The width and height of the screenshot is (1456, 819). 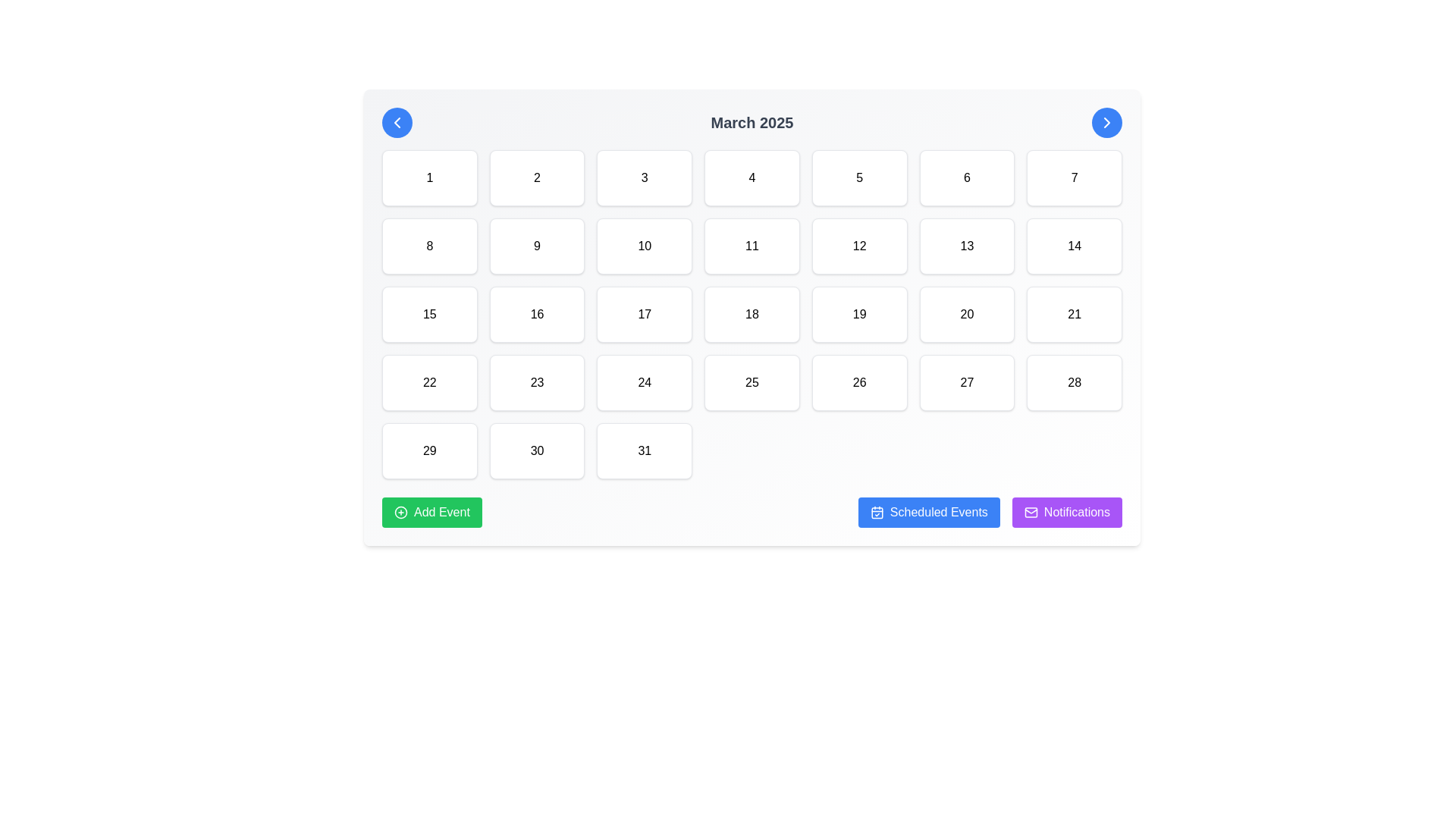 I want to click on the date button representing the 30th day of the month in the calendar grid, so click(x=537, y=450).